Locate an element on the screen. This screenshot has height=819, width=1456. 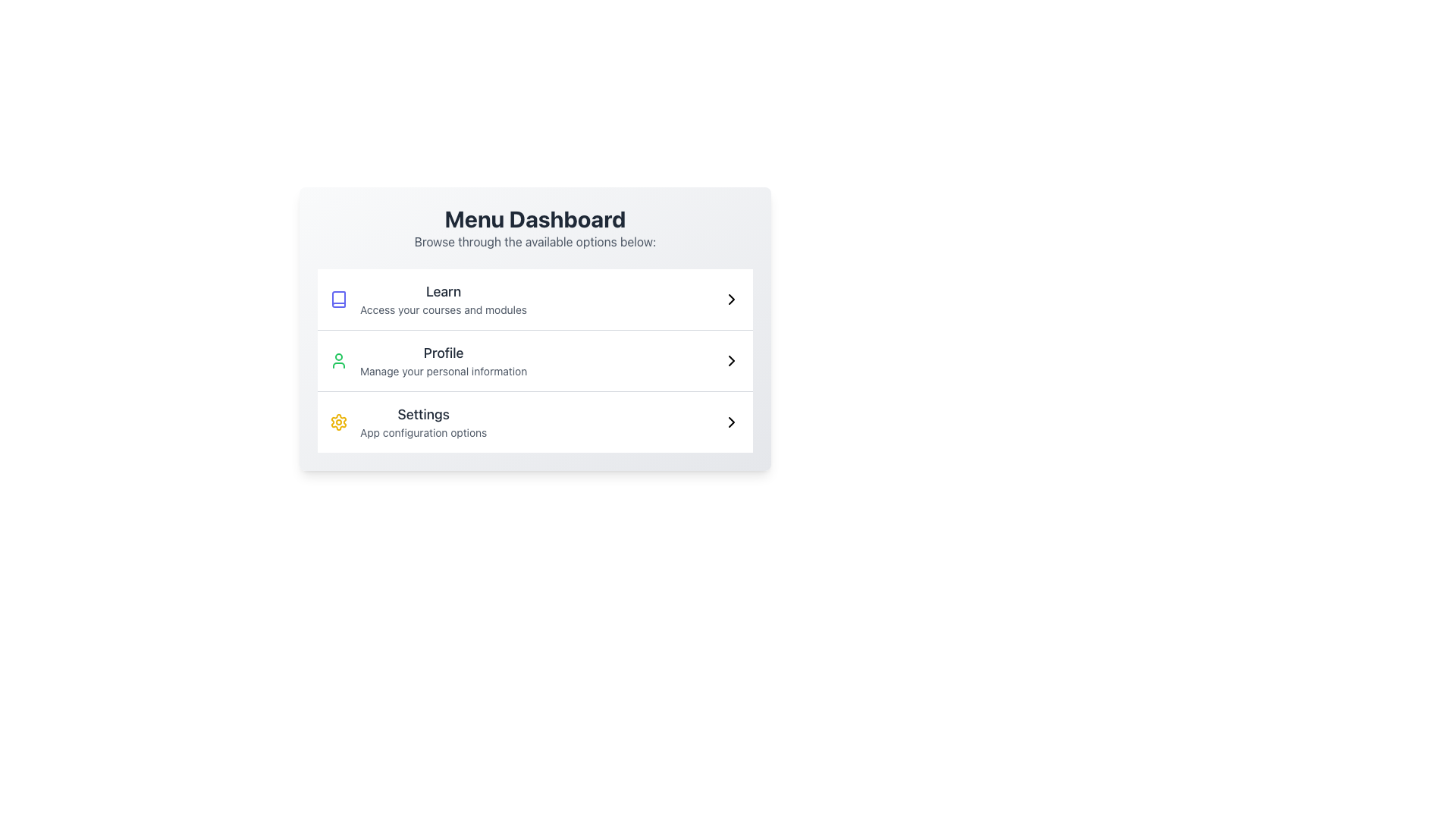
static label or description text located below the 'Profile' title in the middle section of the menu layout for informational purposes is located at coordinates (443, 371).